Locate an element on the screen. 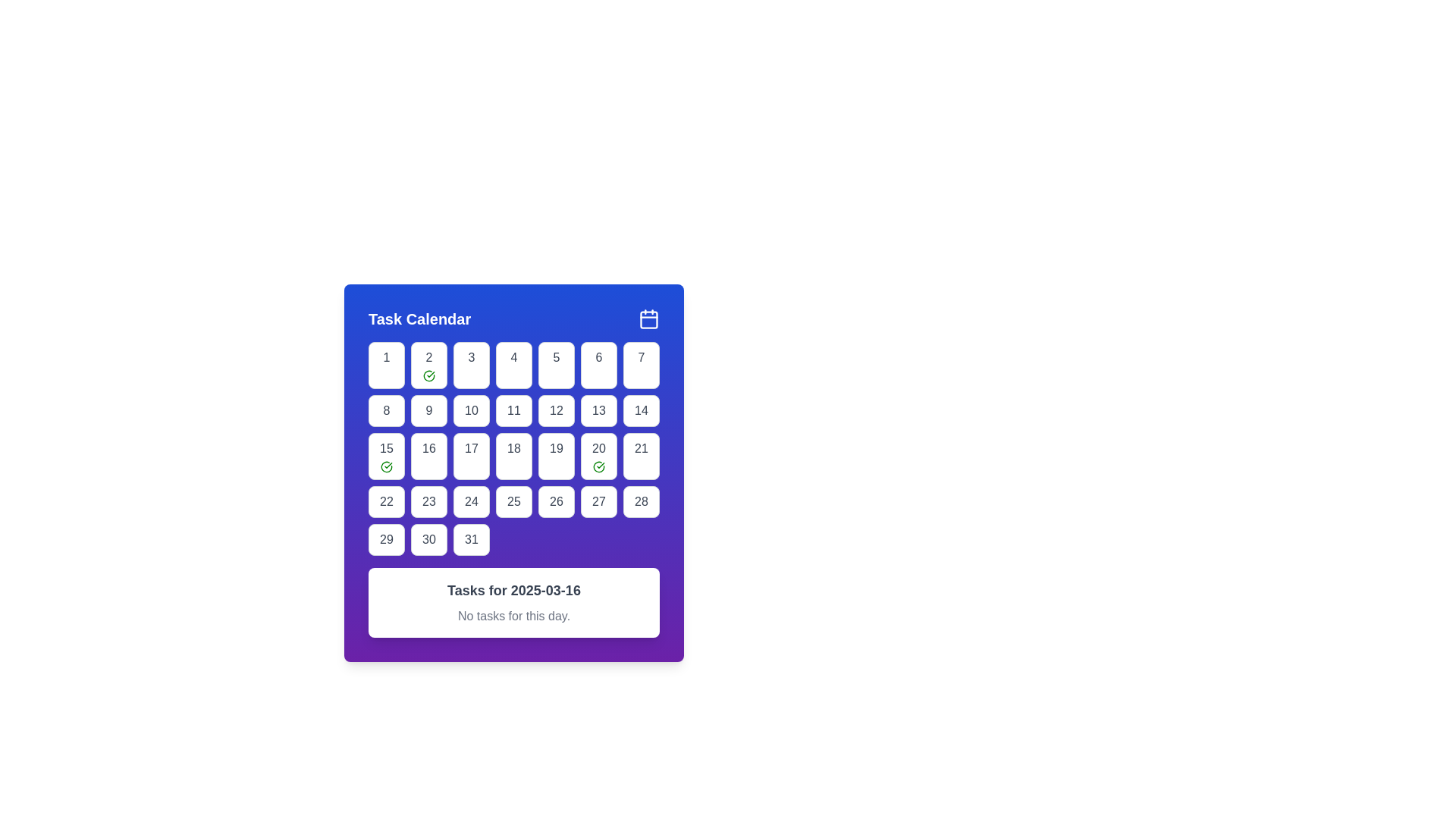 The height and width of the screenshot is (819, 1456). the calendar icon located in the top-right corner of the 'Task Calendar' card is located at coordinates (648, 318).